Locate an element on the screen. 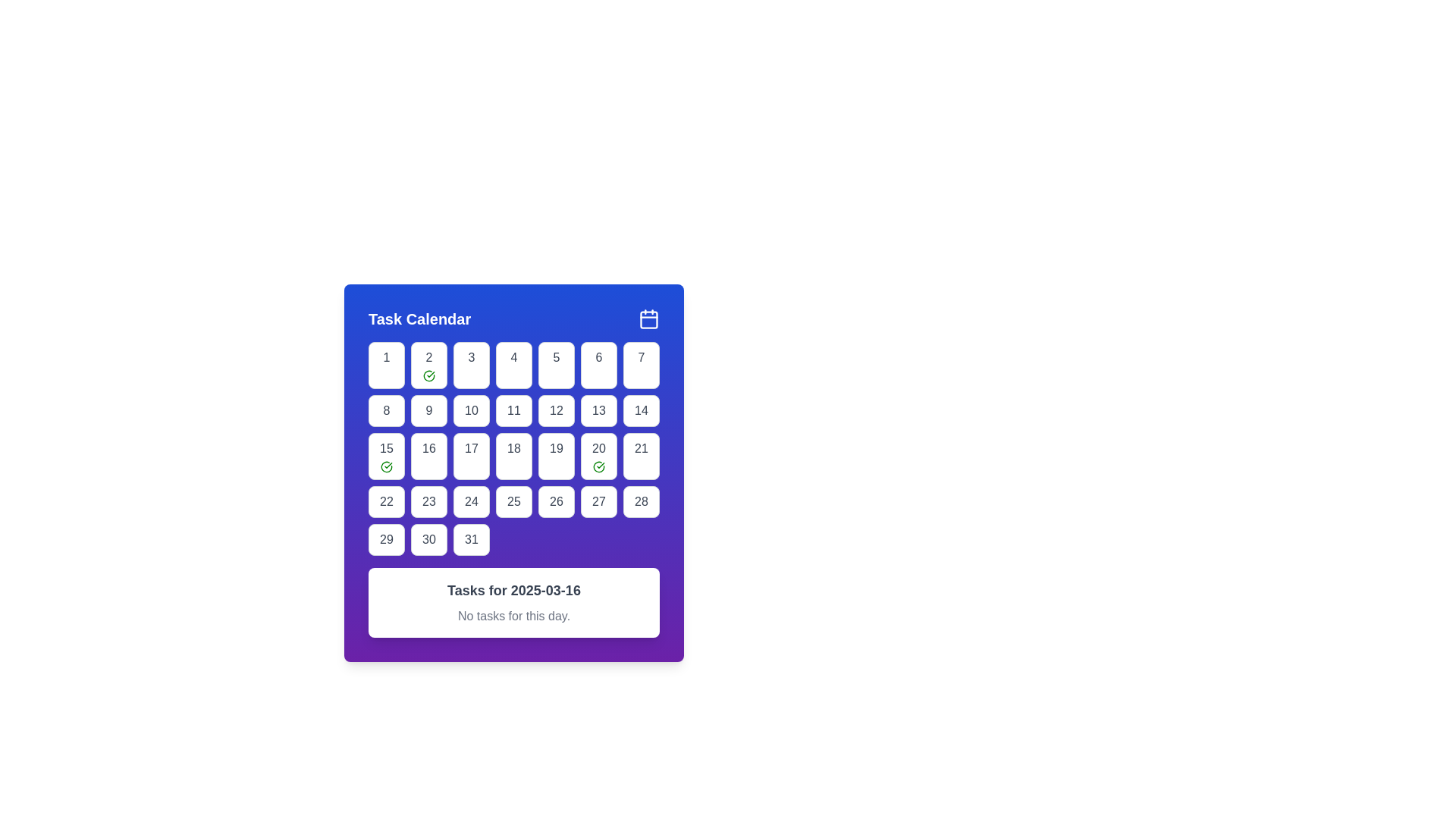 The height and width of the screenshot is (819, 1456). the calendar icon located in the top-right corner of the 'Task Calendar' card is located at coordinates (648, 318).